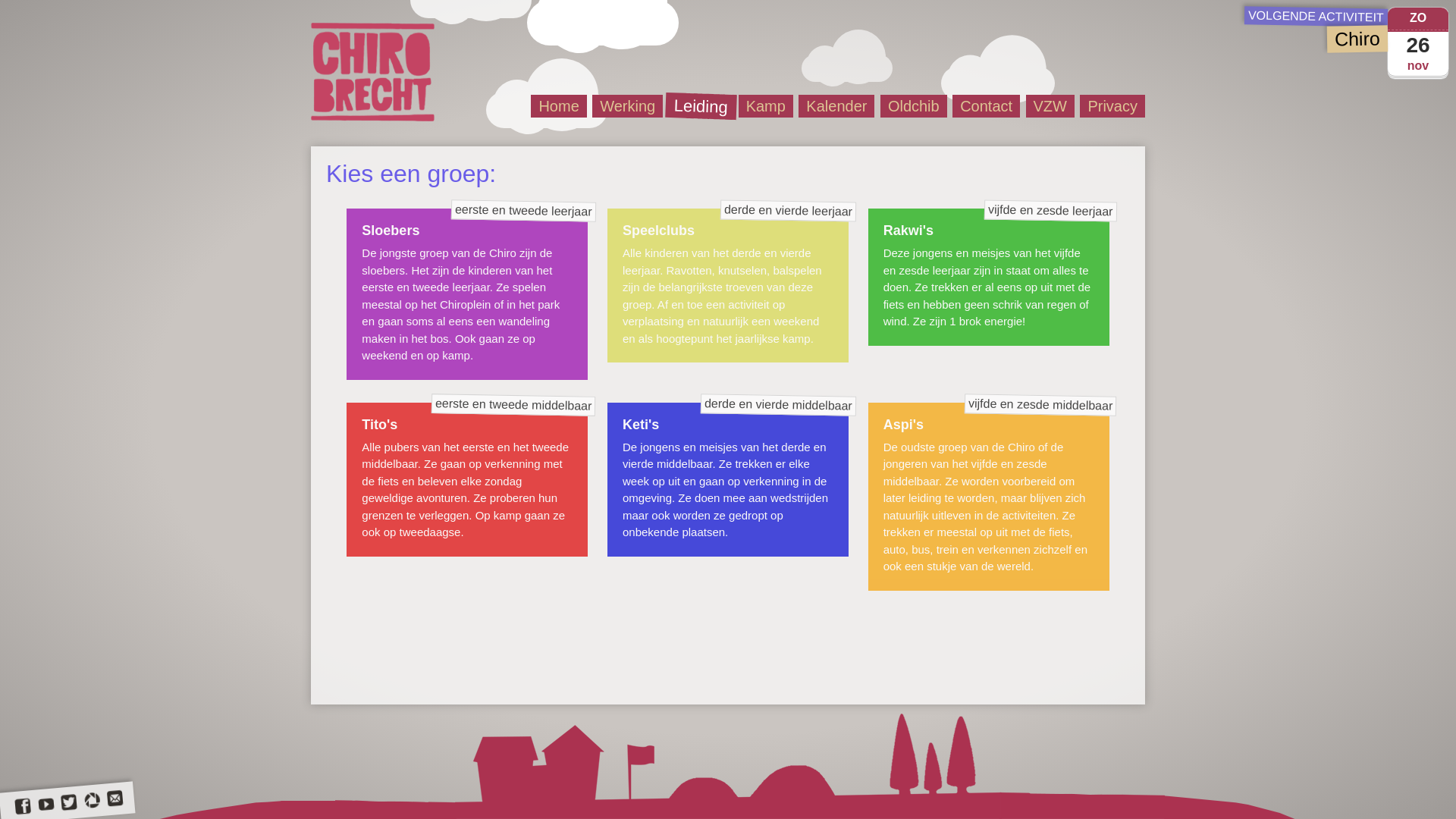 The width and height of the screenshot is (1456, 819). Describe the element at coordinates (21, 806) in the screenshot. I see `'Chiro Brecht op Facebook'` at that location.